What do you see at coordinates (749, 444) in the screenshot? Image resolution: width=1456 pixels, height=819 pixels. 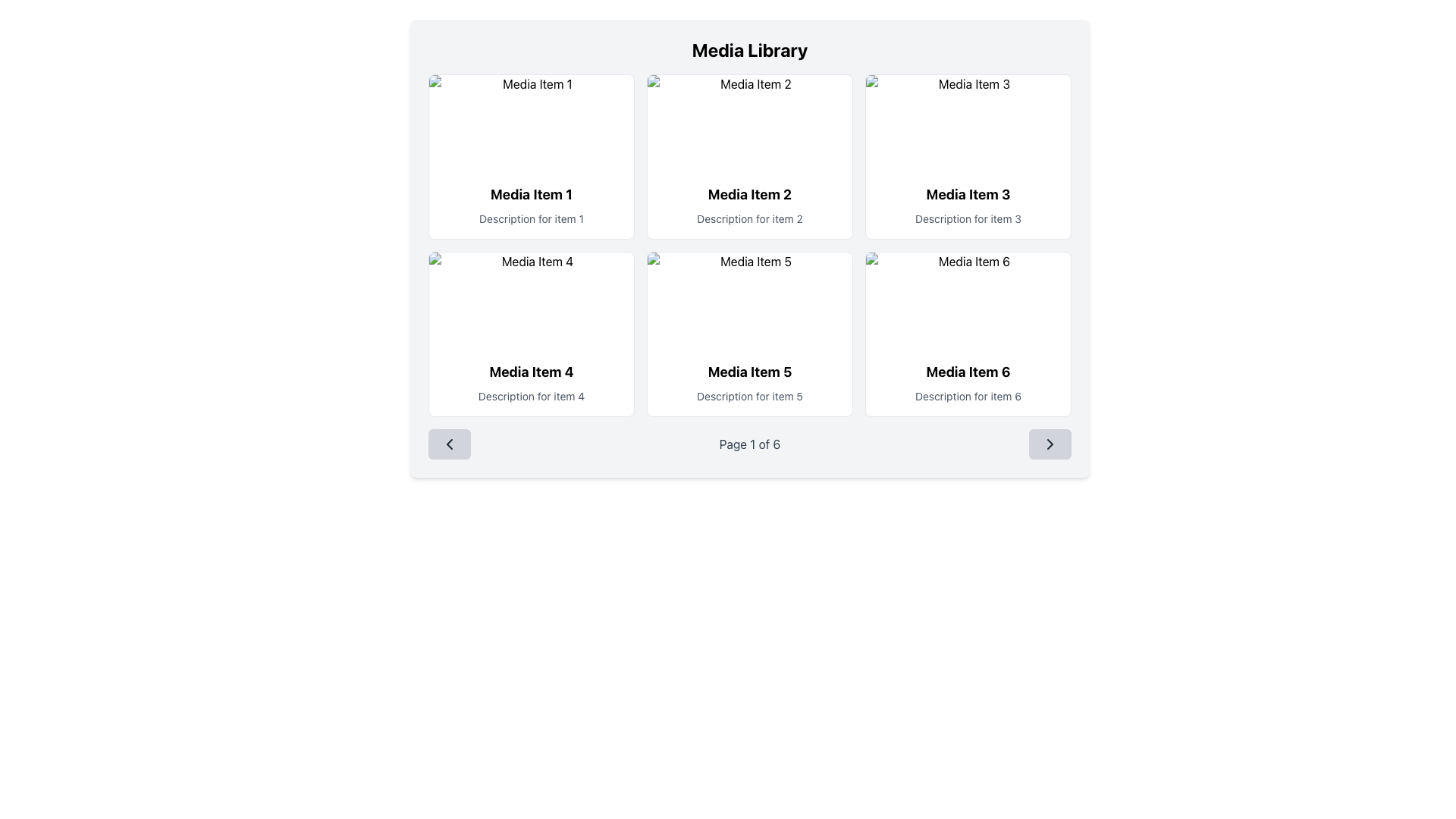 I see `text displayed on the gray textual label showing 'Page 1 of 6', located in the center of the pagination area below the media items grid` at bounding box center [749, 444].